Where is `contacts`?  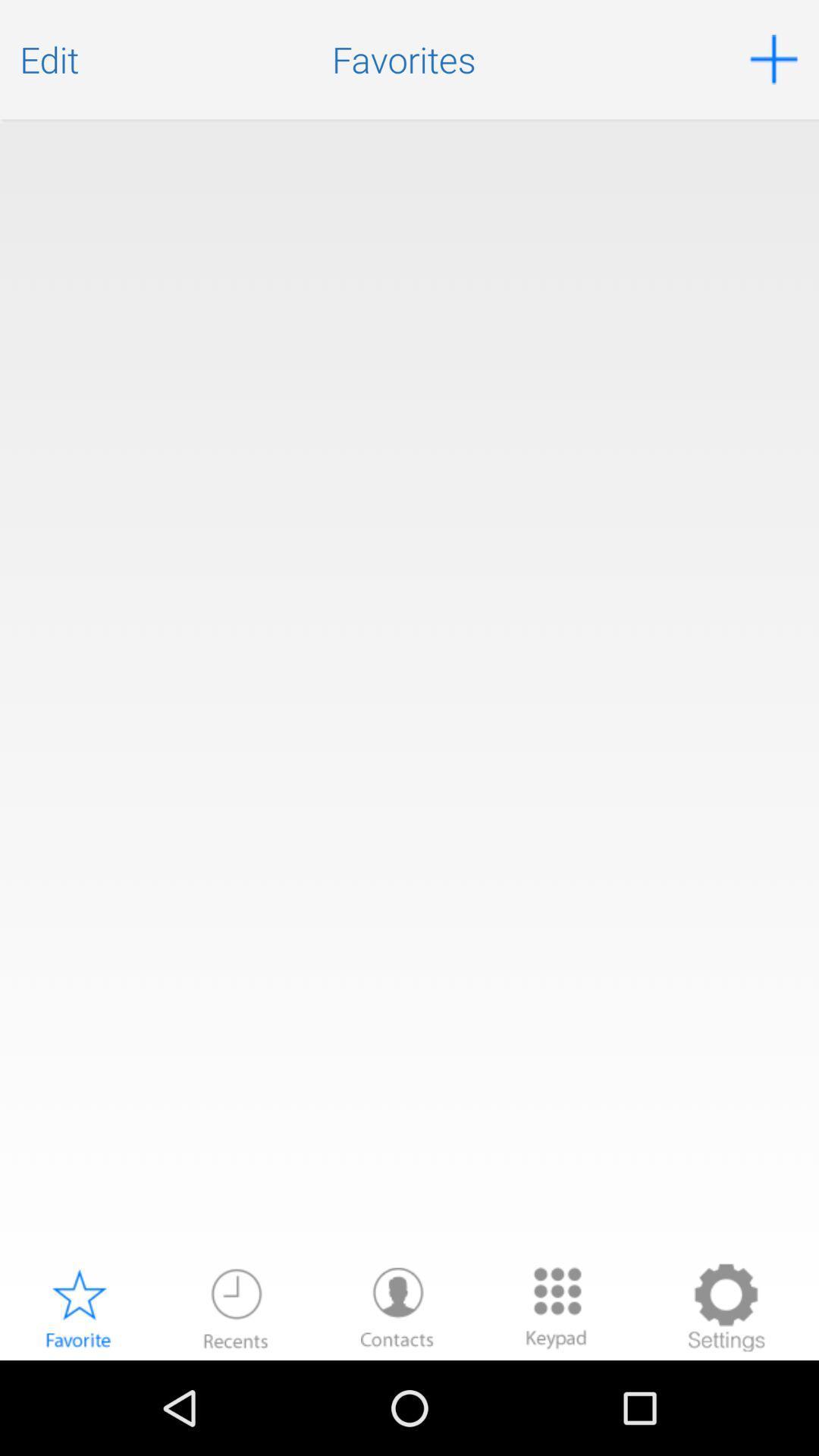
contacts is located at coordinates (397, 1307).